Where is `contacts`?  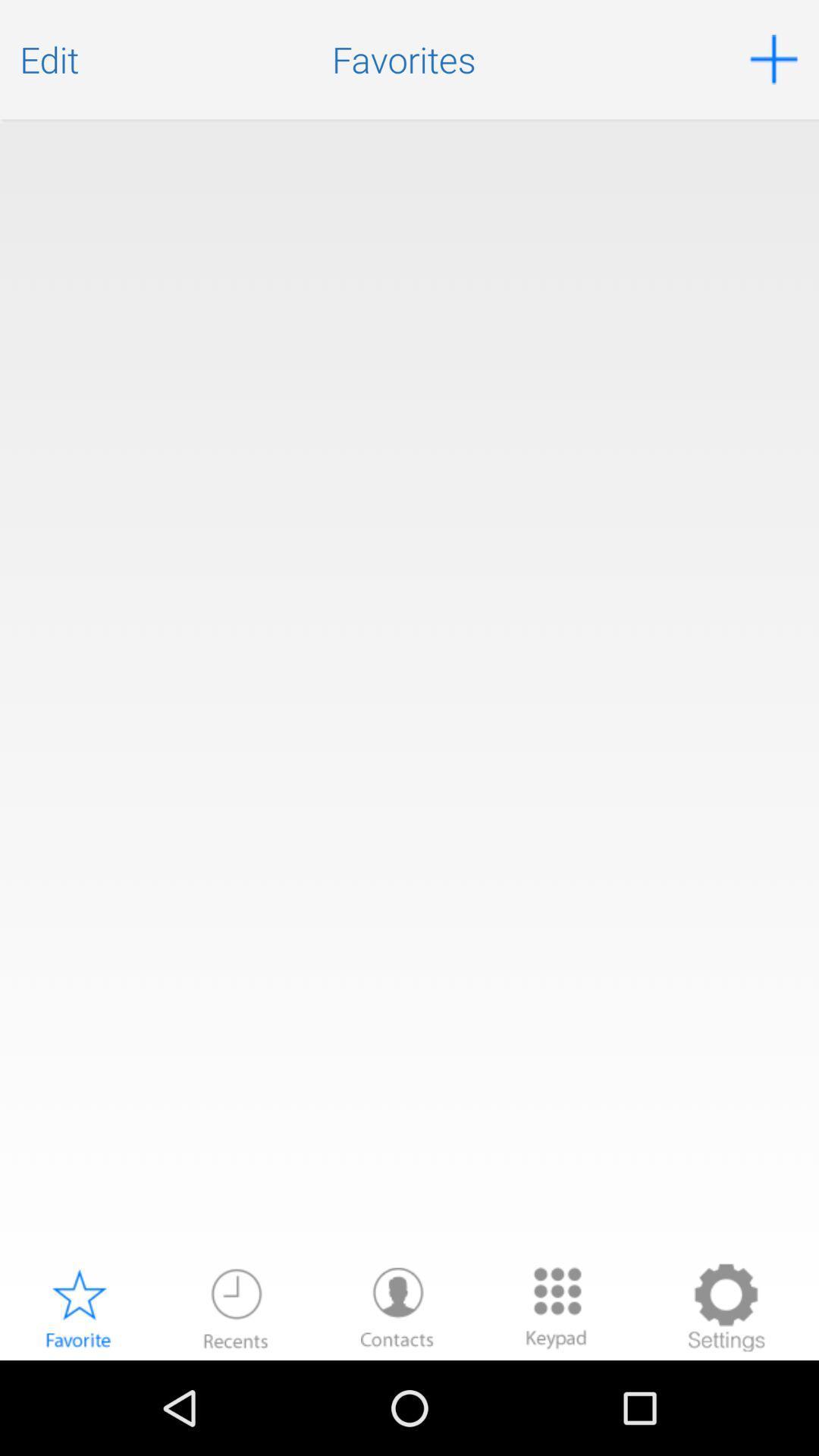
contacts is located at coordinates (397, 1307).